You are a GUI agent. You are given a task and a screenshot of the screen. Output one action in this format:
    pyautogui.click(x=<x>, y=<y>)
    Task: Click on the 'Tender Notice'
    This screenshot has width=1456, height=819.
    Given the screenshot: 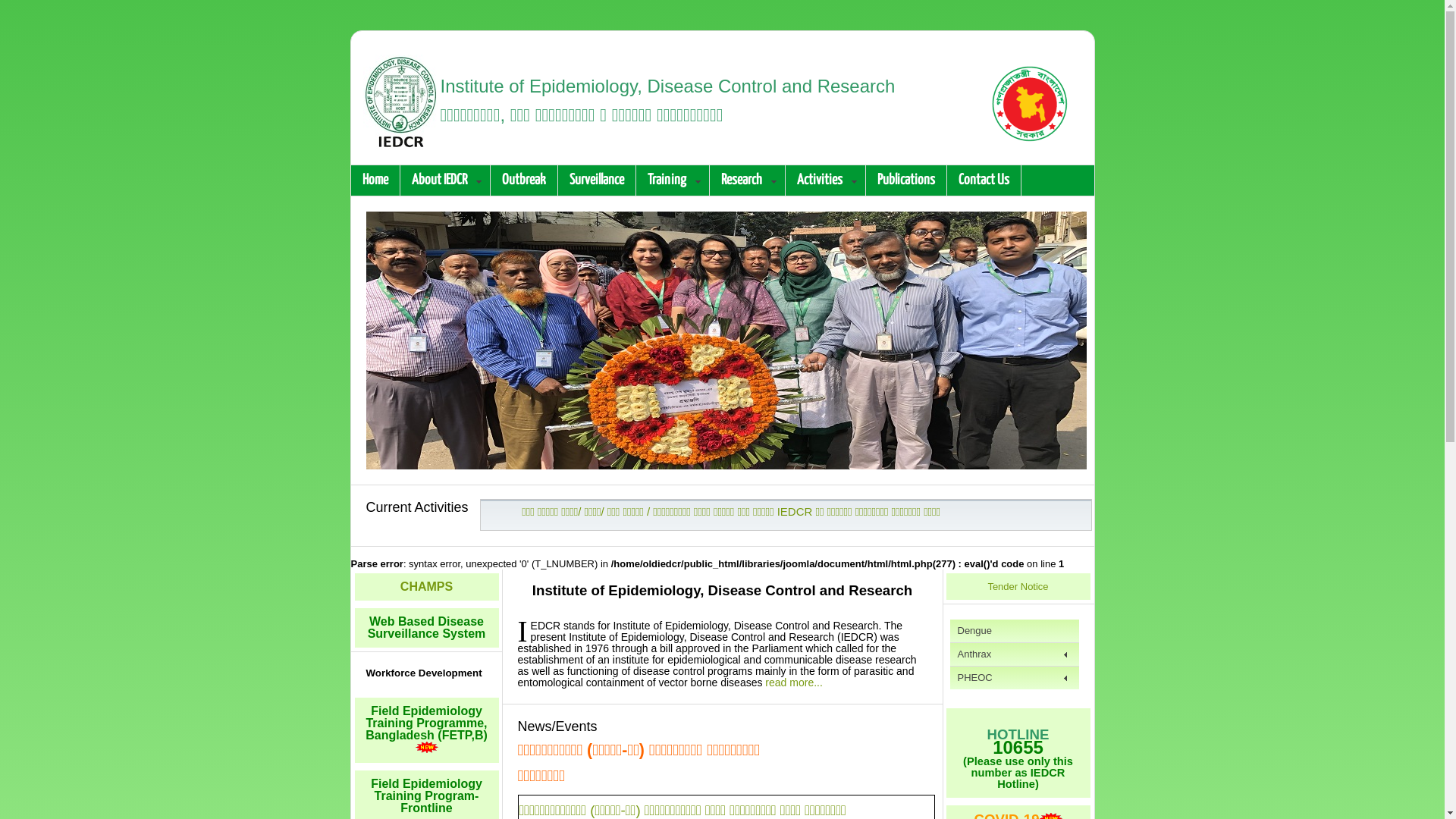 What is the action you would take?
    pyautogui.click(x=1018, y=585)
    